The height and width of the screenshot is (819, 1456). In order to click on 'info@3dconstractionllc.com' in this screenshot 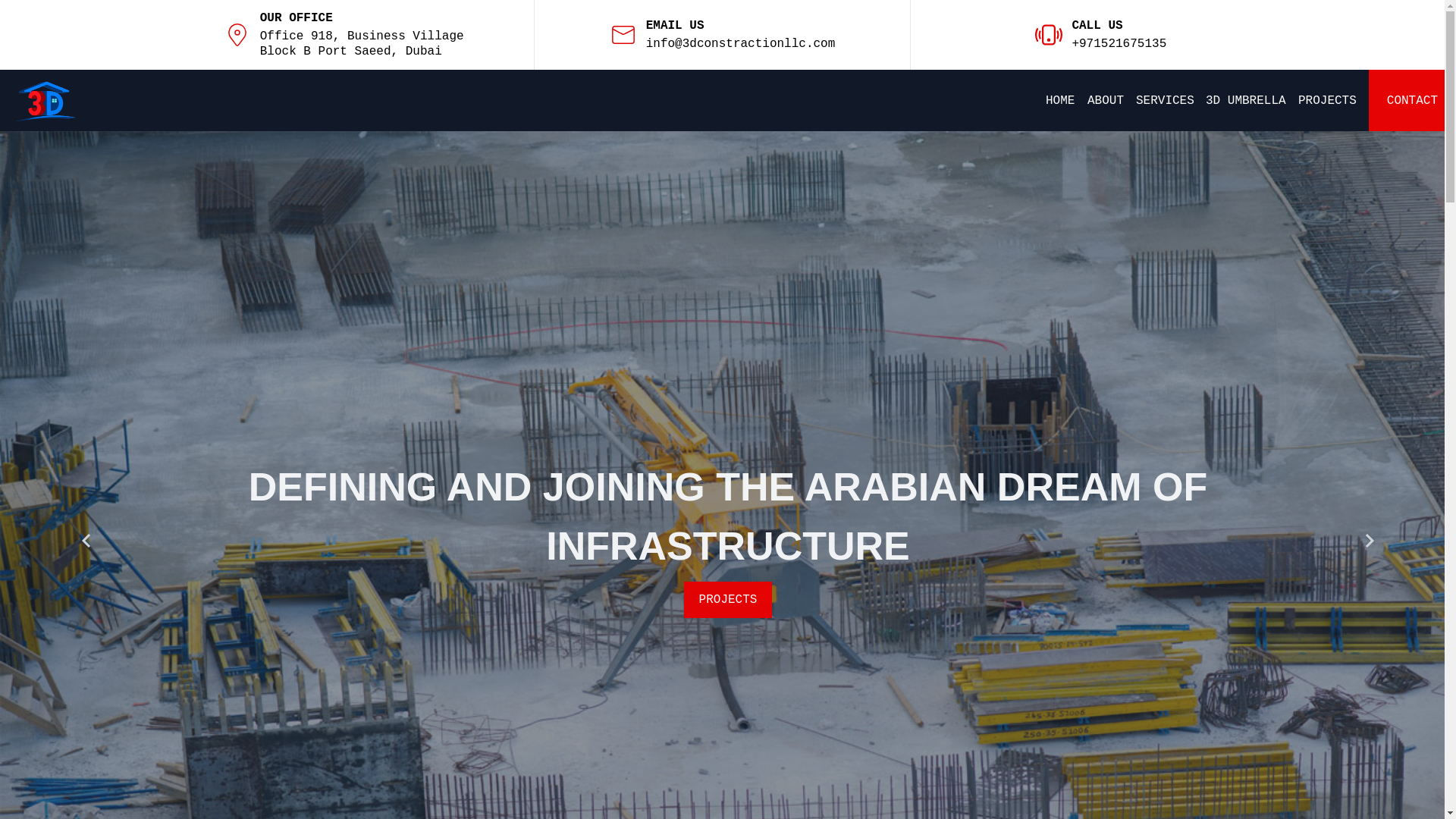, I will do `click(645, 42)`.